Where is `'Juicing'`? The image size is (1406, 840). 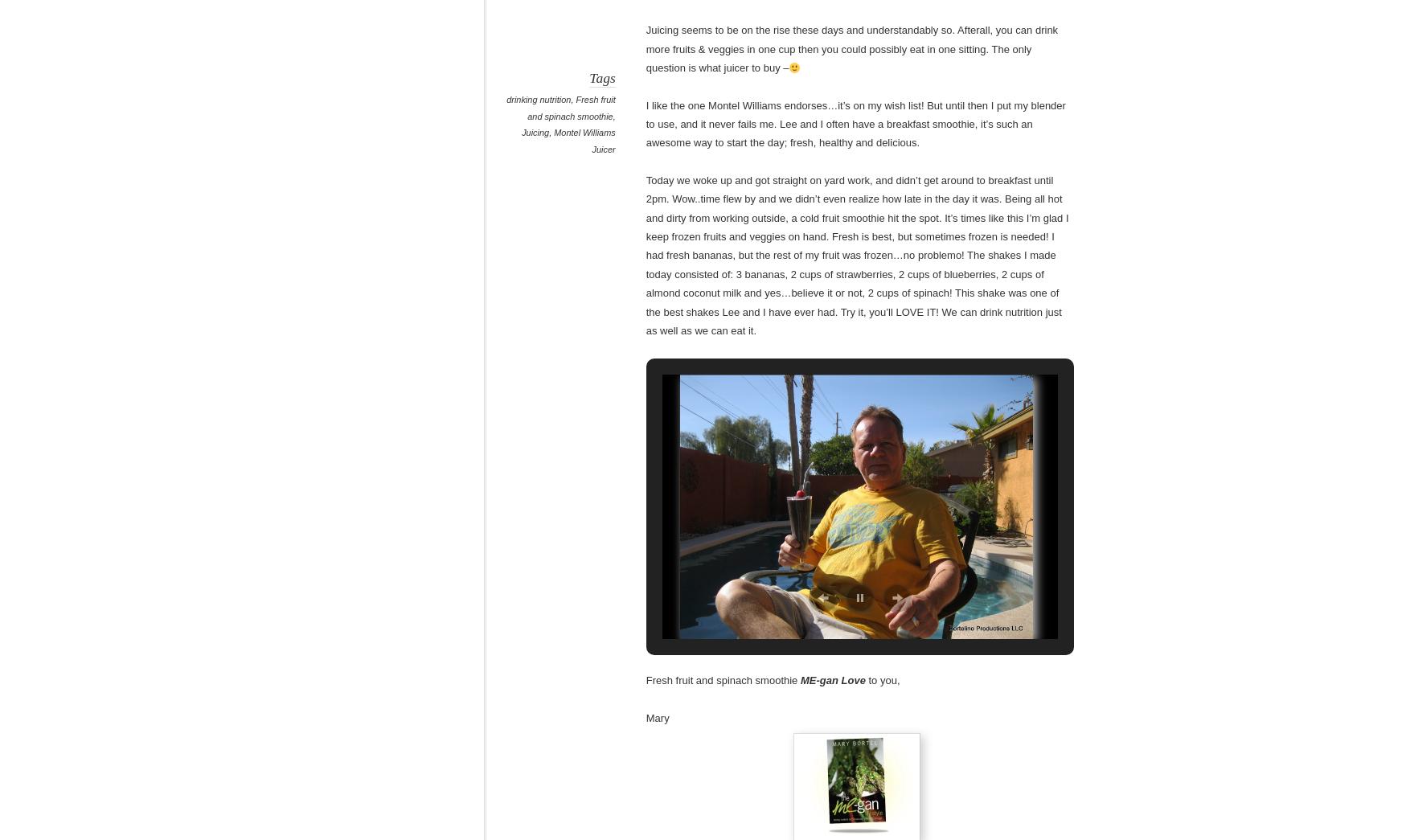 'Juicing' is located at coordinates (522, 132).